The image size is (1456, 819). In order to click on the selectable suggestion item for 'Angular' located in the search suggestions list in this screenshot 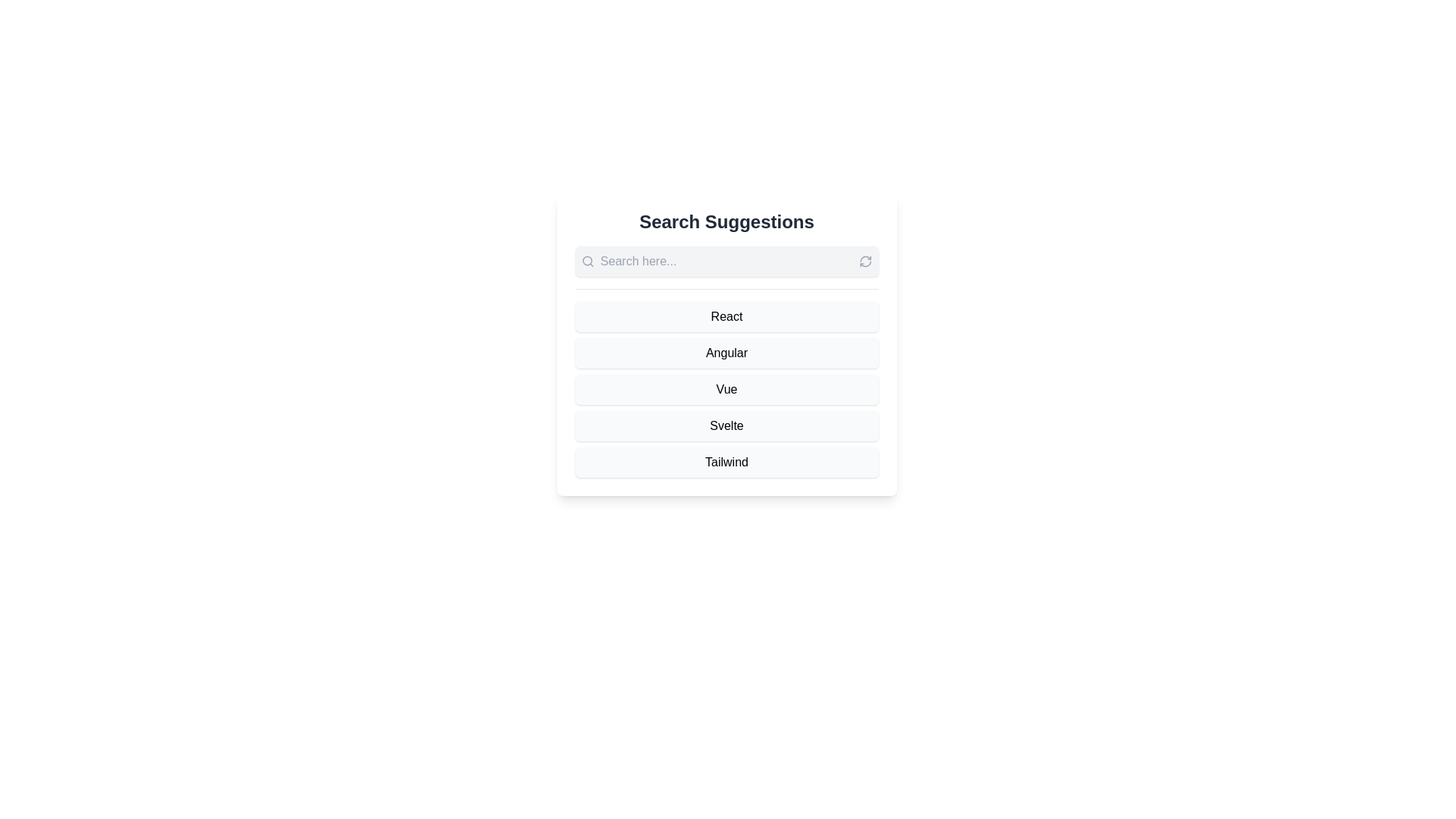, I will do `click(726, 344)`.